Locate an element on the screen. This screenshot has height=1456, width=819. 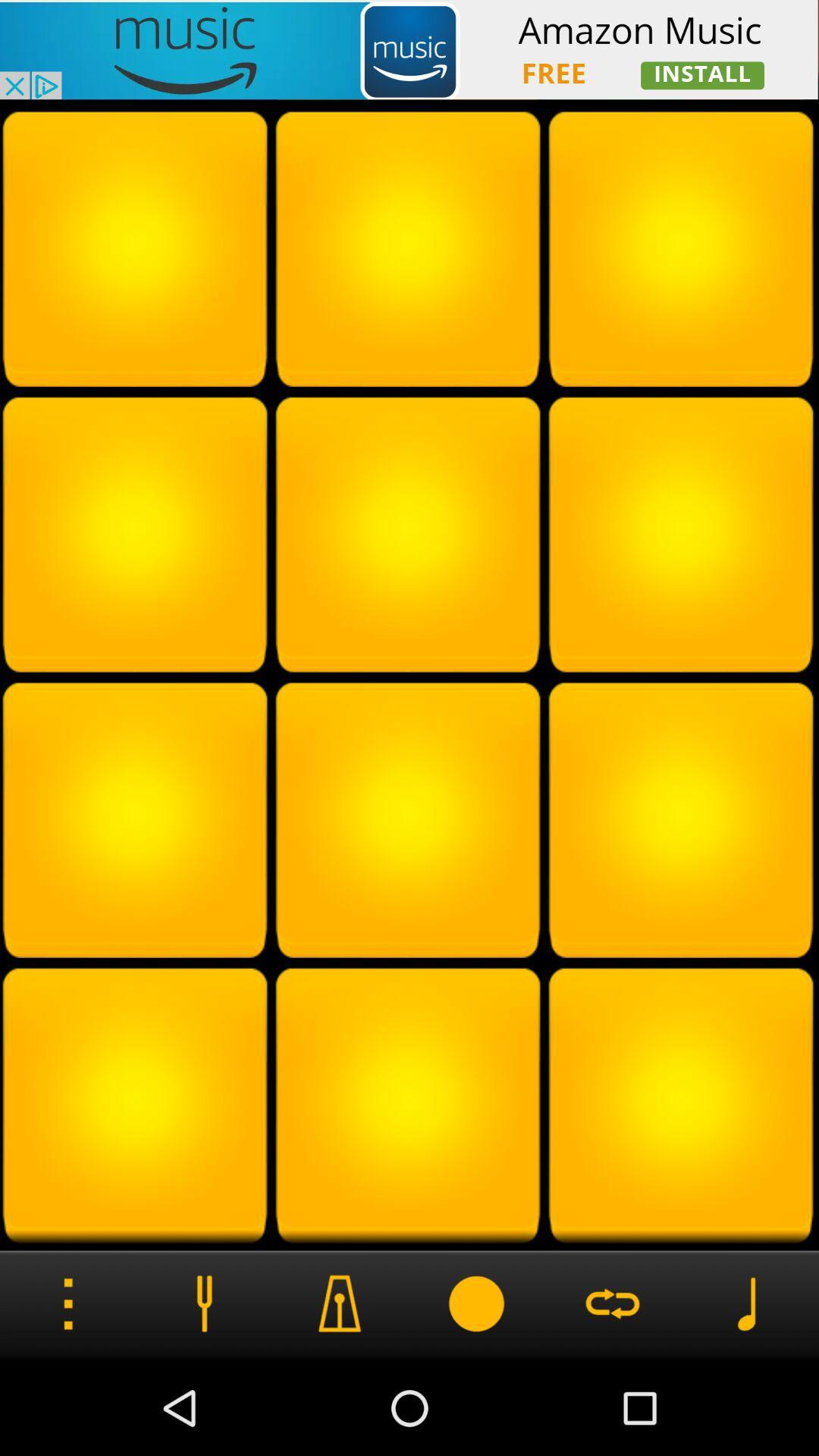
install app is located at coordinates (409, 49).